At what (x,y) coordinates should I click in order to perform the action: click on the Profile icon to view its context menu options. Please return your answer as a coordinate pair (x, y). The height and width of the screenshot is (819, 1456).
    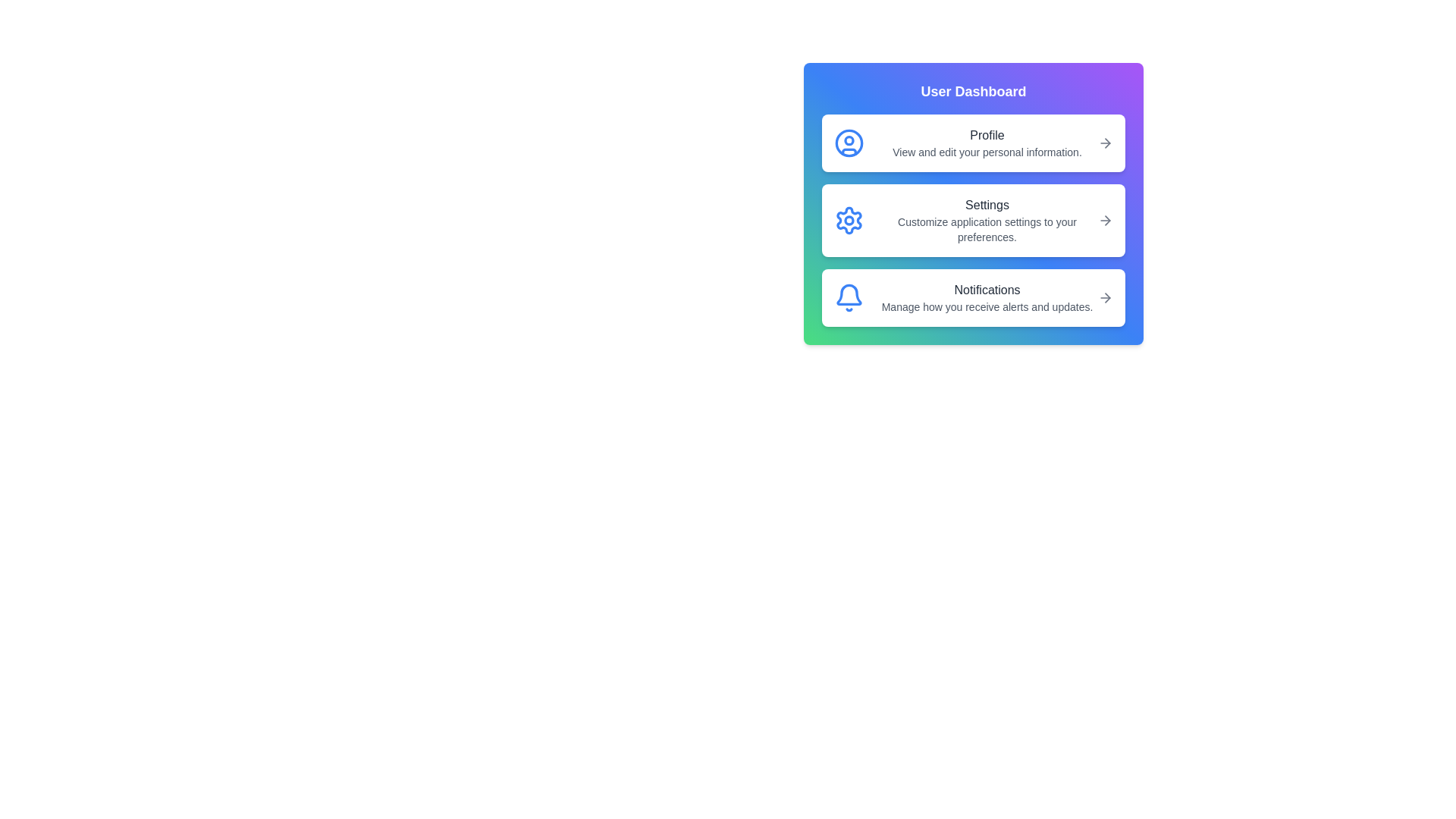
    Looking at the image, I should click on (848, 143).